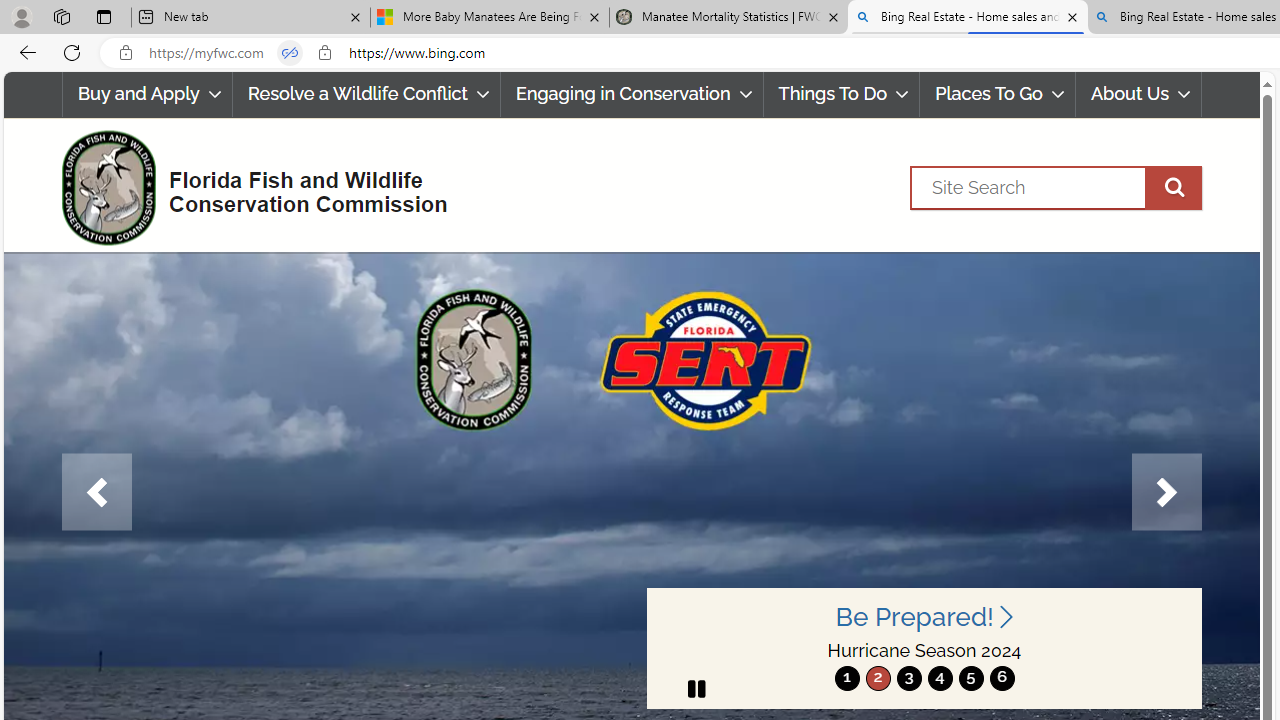 This screenshot has height=720, width=1280. I want to click on '6', so click(1002, 677).